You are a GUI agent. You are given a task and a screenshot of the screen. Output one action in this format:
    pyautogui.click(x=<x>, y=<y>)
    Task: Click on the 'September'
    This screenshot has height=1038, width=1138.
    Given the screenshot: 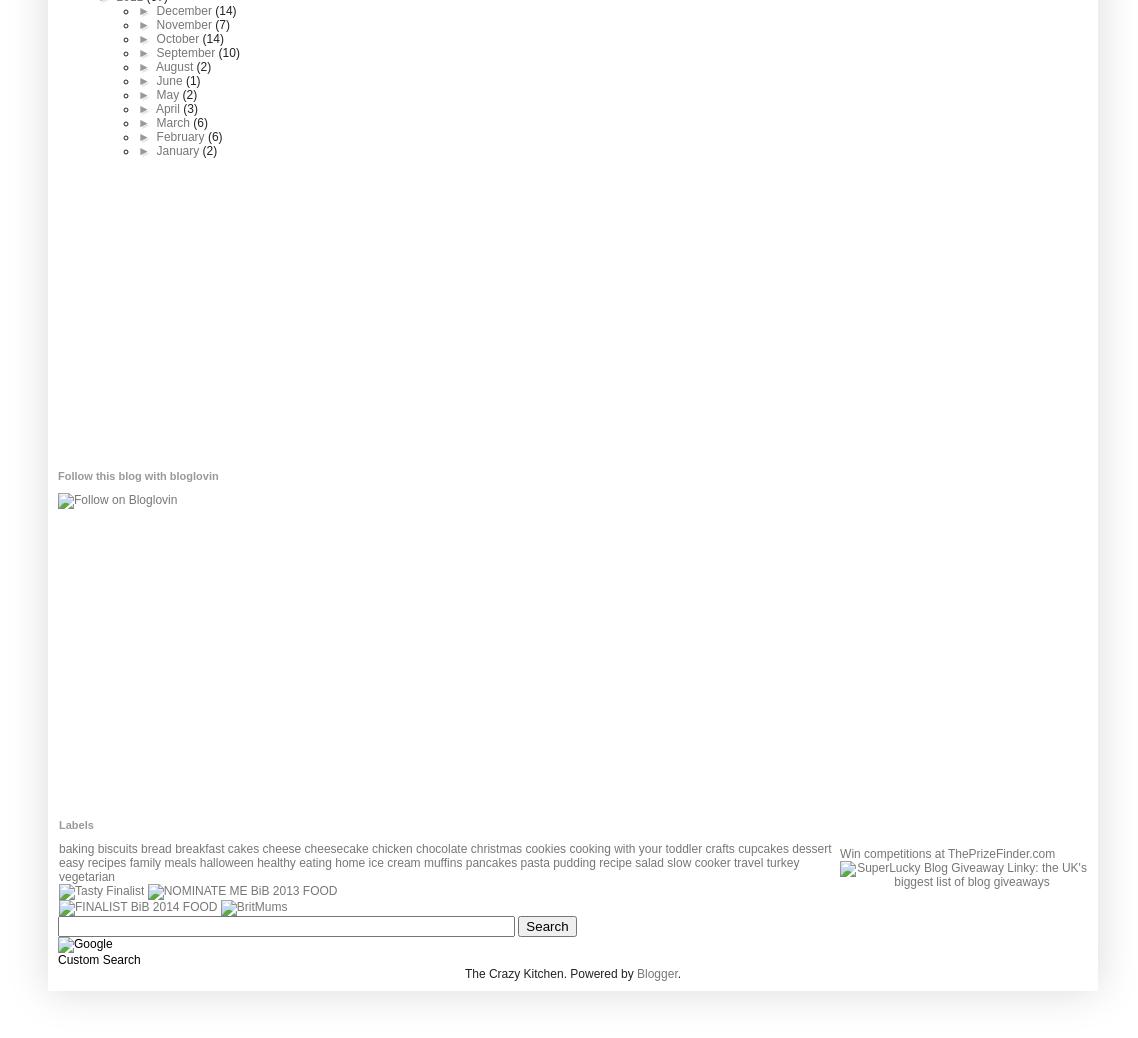 What is the action you would take?
    pyautogui.click(x=185, y=52)
    